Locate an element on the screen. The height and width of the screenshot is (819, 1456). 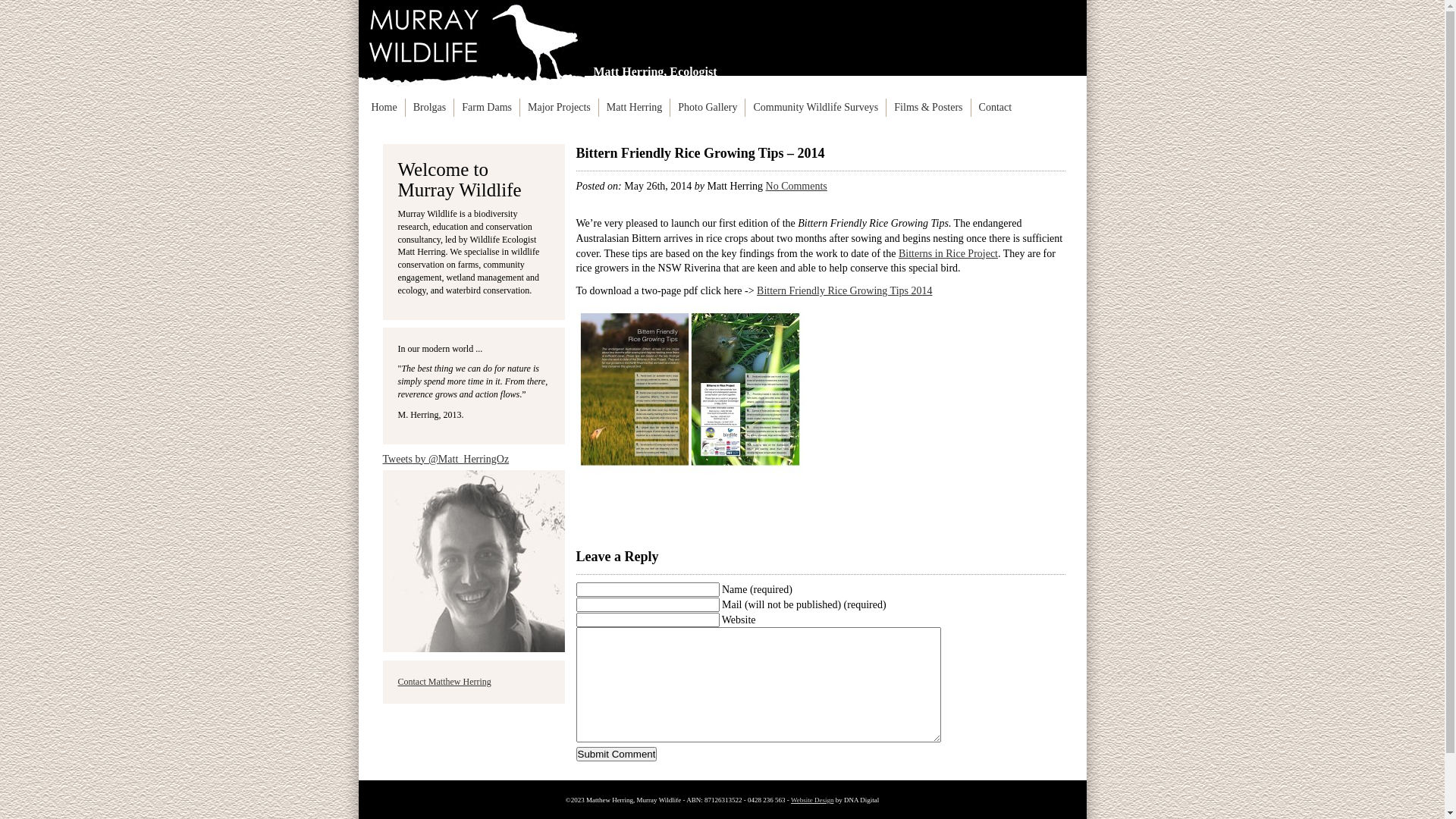
'Tweets by @Matt_HerringOz' is located at coordinates (444, 458).